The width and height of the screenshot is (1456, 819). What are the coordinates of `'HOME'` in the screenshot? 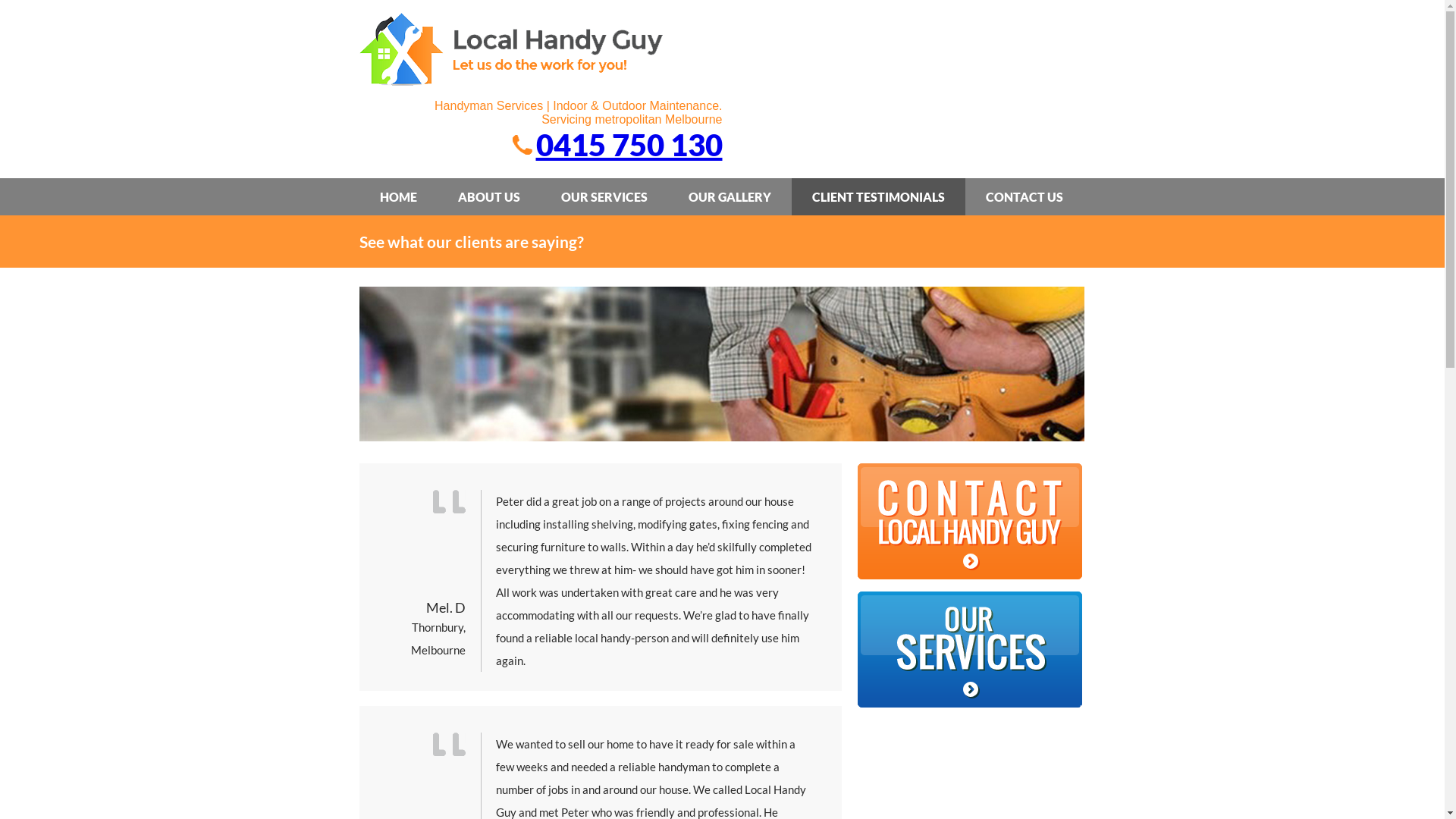 It's located at (398, 196).